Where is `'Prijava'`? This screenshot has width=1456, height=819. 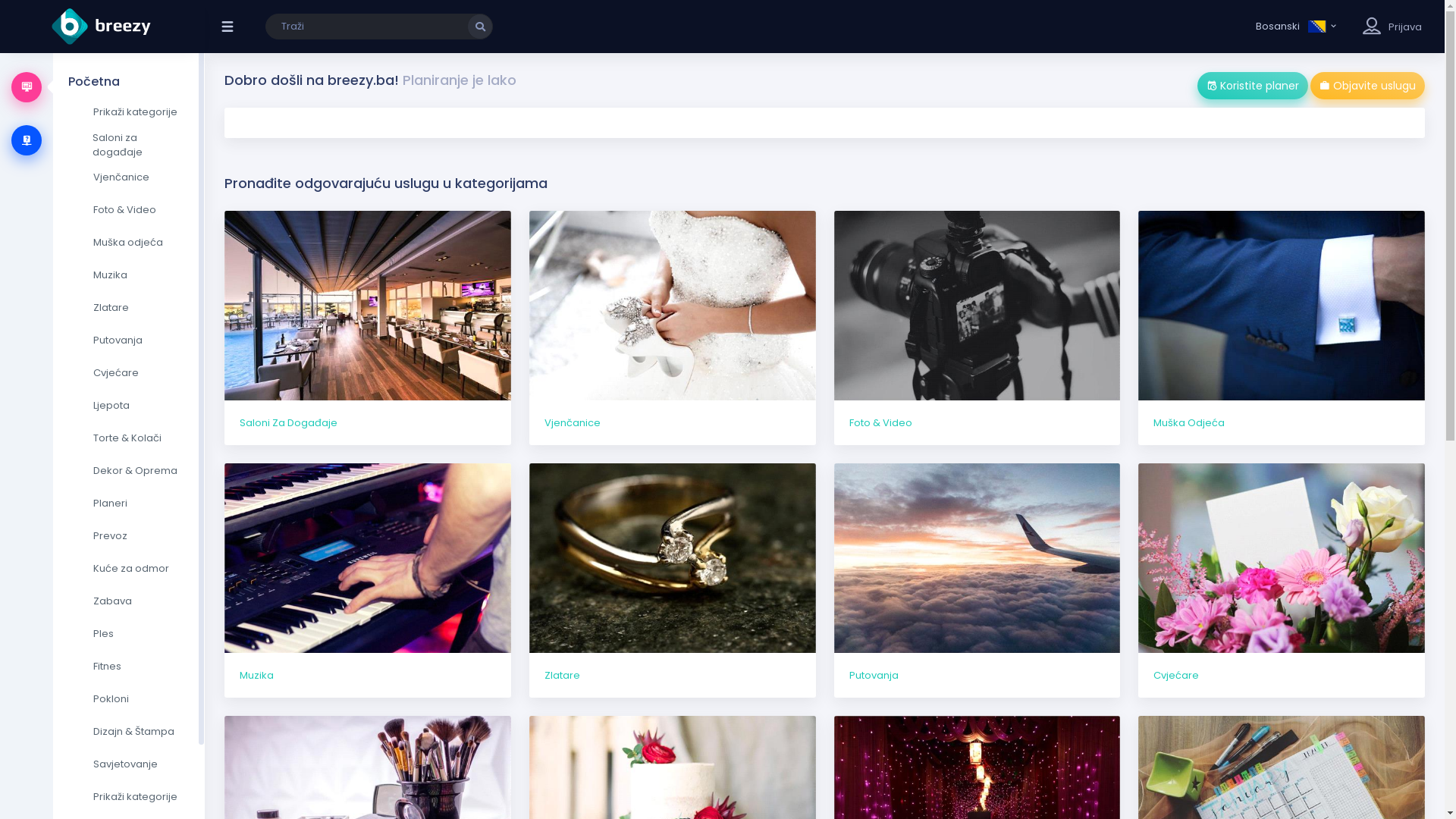 'Prijava' is located at coordinates (1404, 27).